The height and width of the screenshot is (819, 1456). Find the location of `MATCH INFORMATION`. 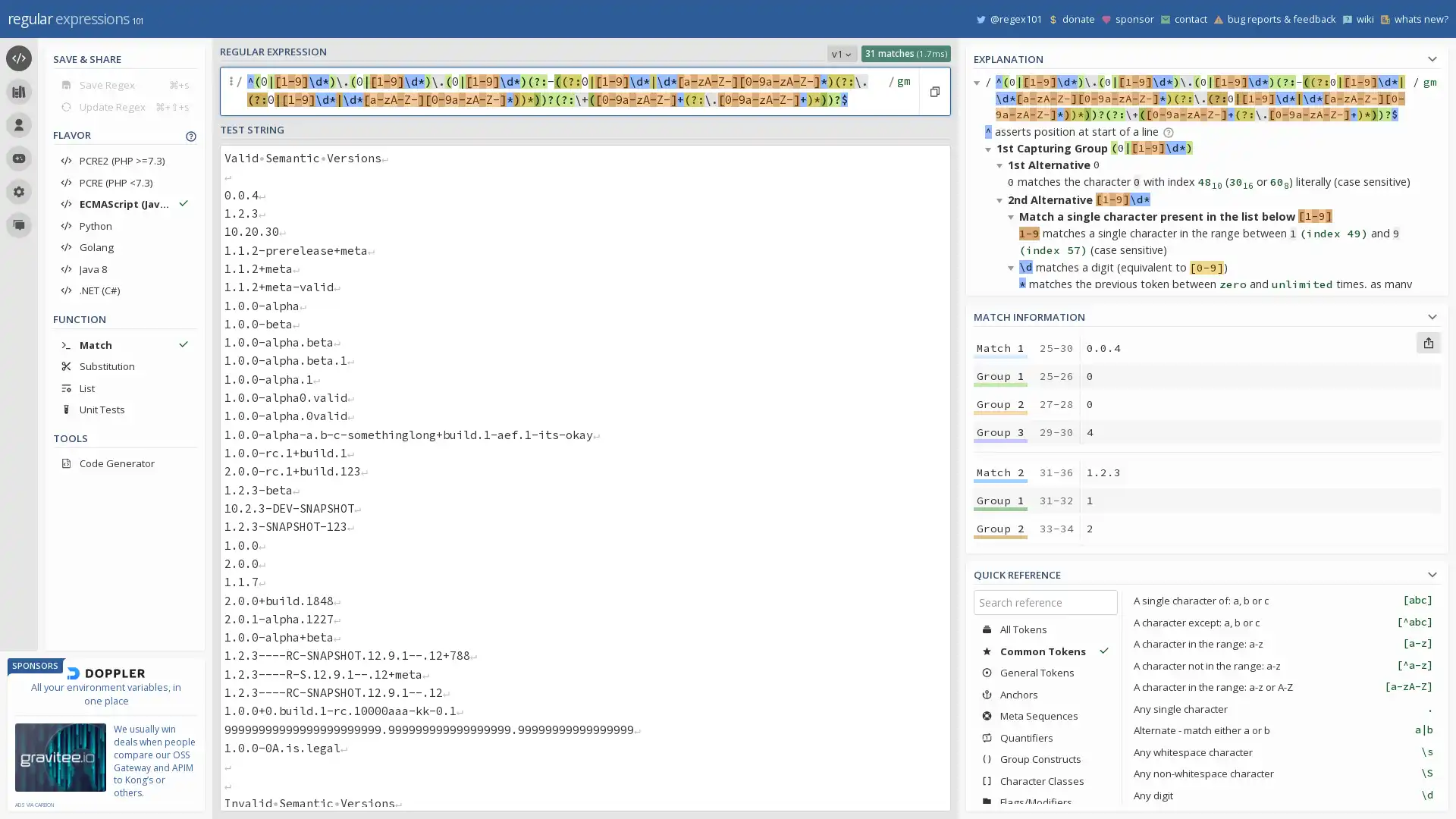

MATCH INFORMATION is located at coordinates (1207, 314).